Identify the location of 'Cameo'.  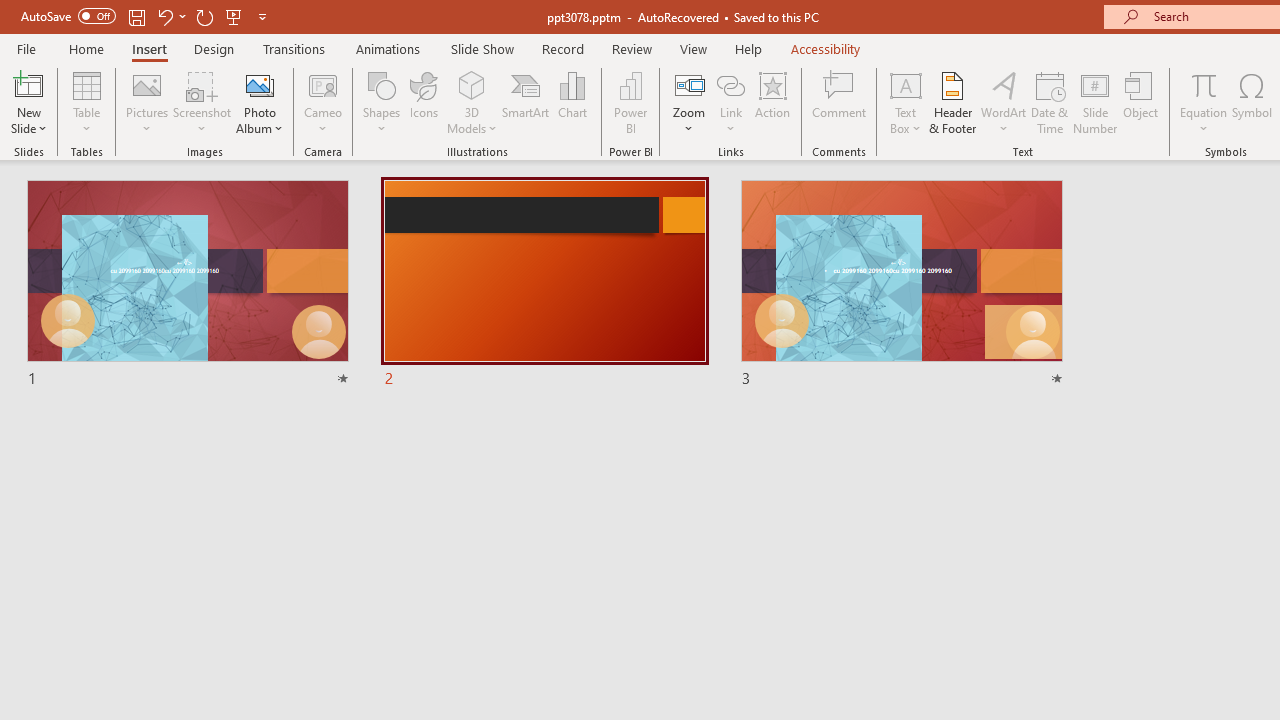
(323, 103).